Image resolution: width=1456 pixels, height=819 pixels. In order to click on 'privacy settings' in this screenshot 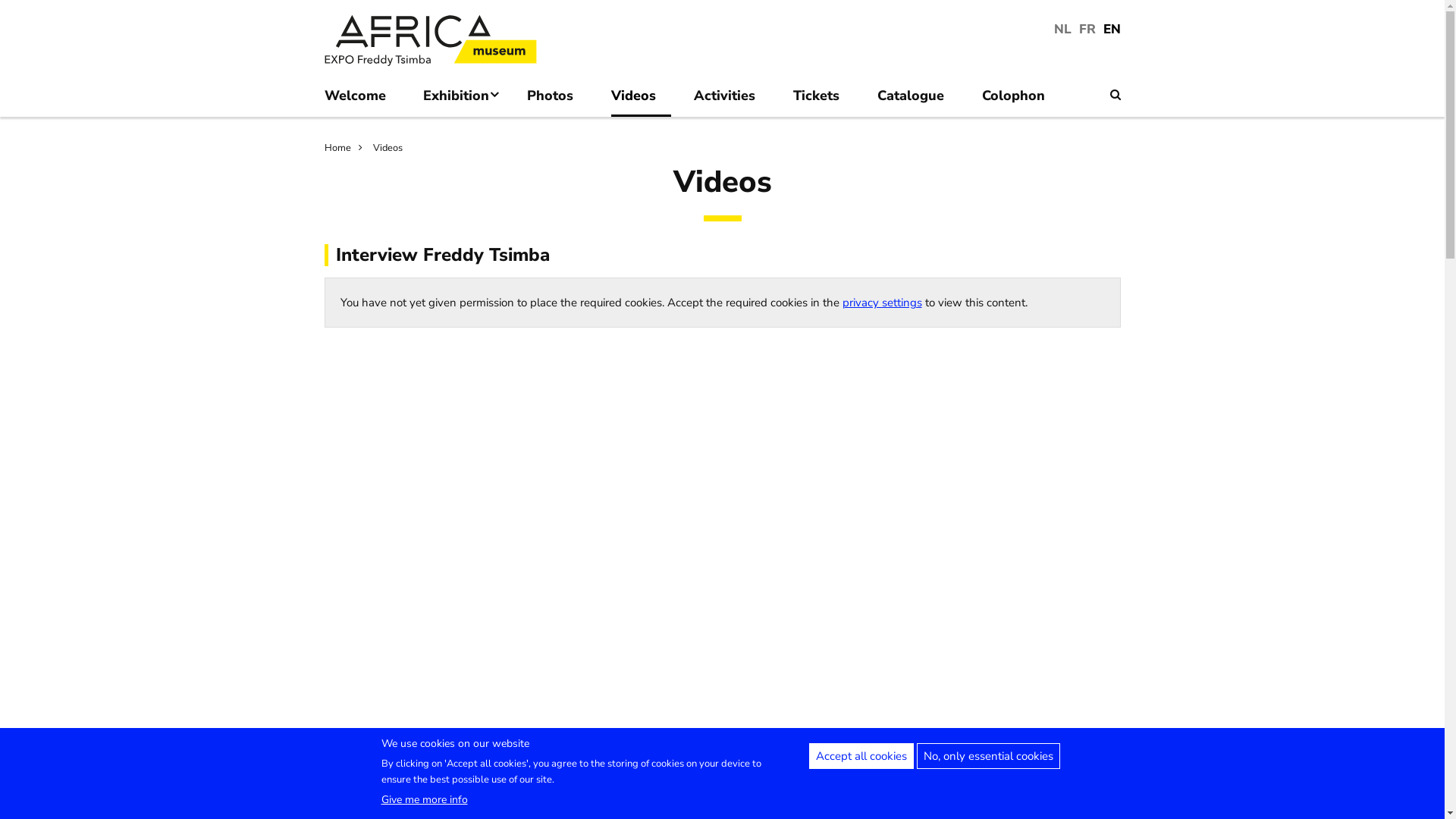, I will do `click(881, 302)`.